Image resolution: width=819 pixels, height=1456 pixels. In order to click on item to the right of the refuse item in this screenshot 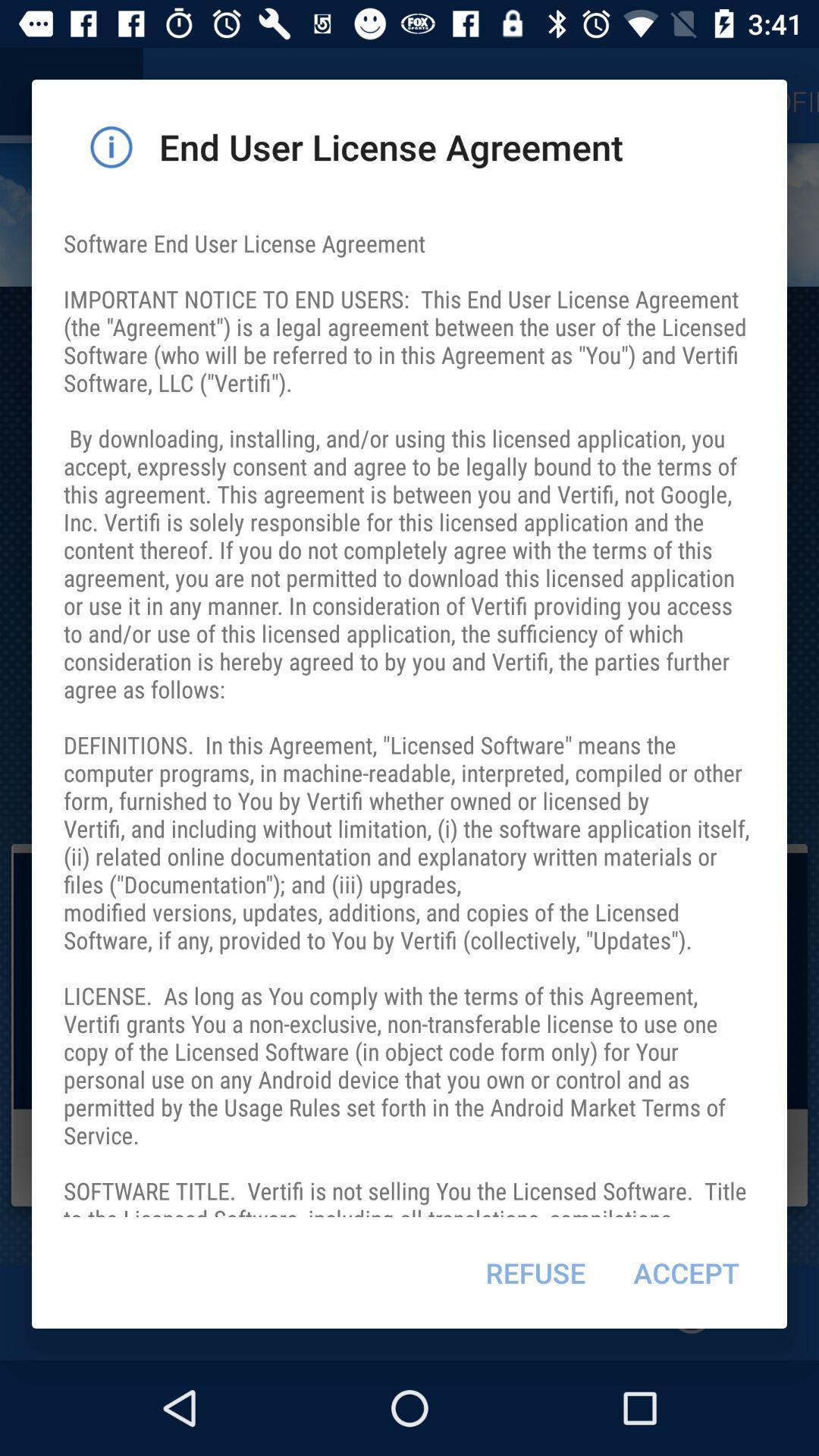, I will do `click(686, 1272)`.